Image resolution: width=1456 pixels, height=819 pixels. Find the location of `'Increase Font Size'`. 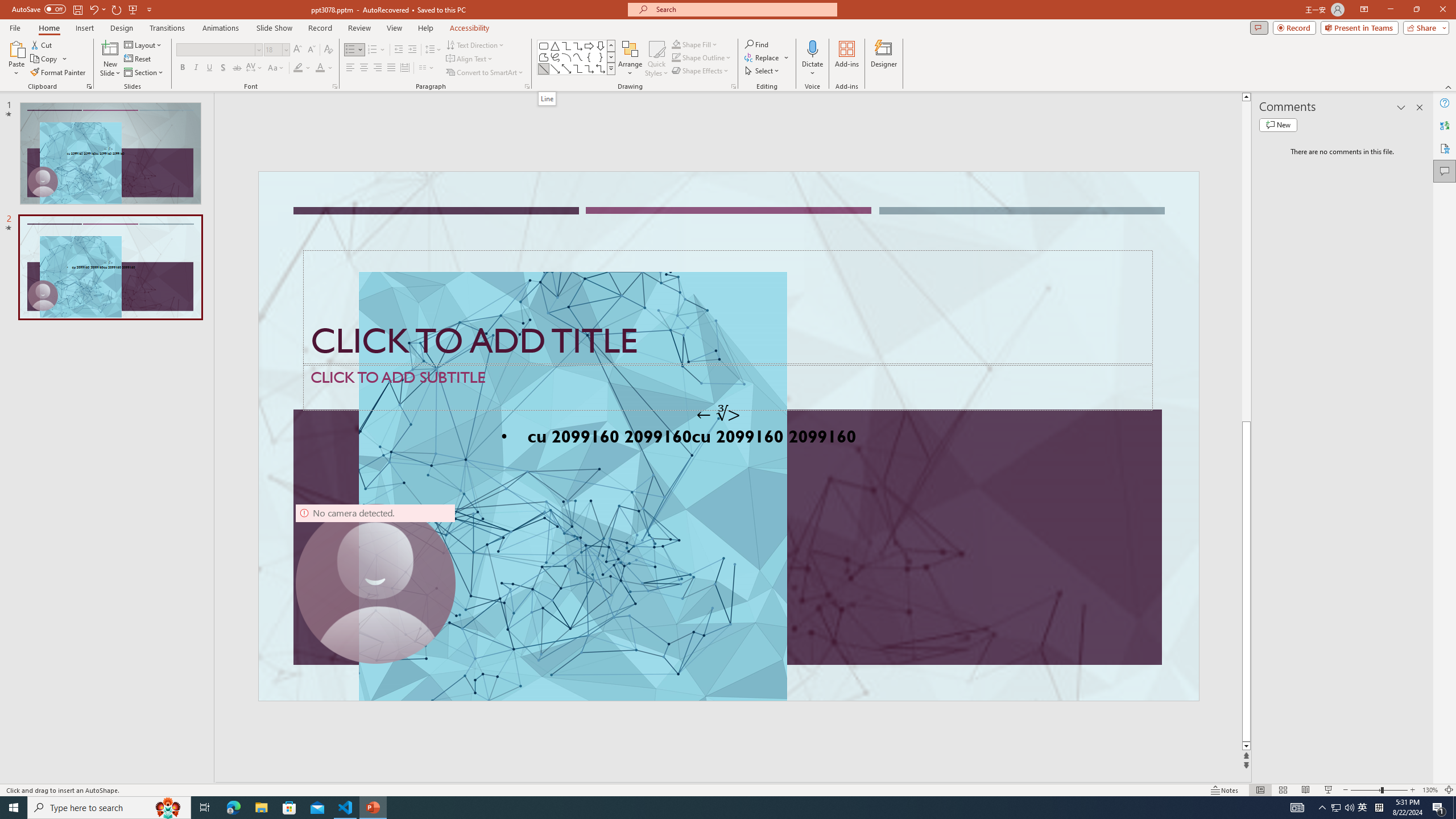

'Increase Font Size' is located at coordinates (297, 49).